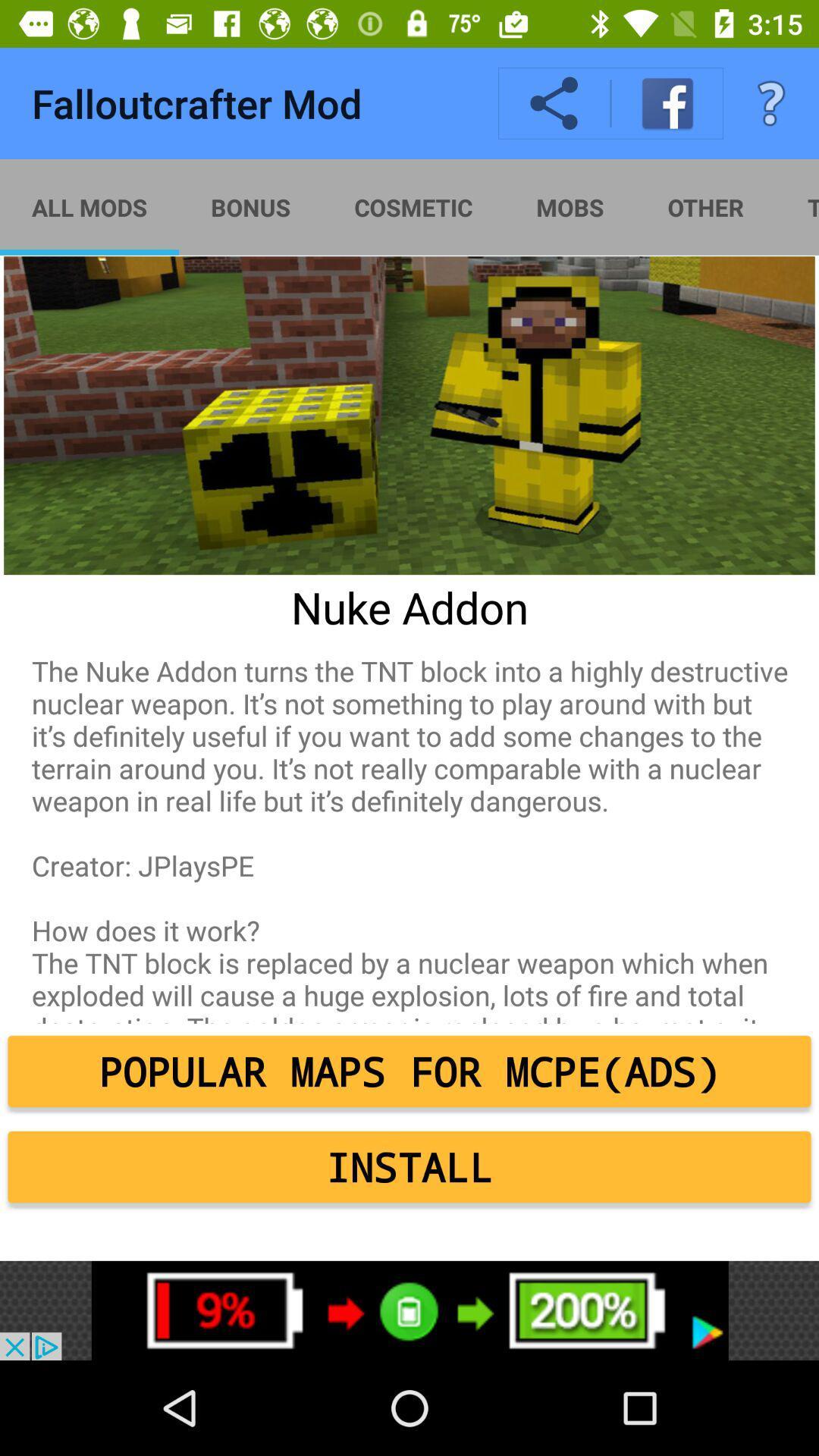 The image size is (819, 1456). Describe the element at coordinates (409, 1310) in the screenshot. I see `click bottom advertisement` at that location.